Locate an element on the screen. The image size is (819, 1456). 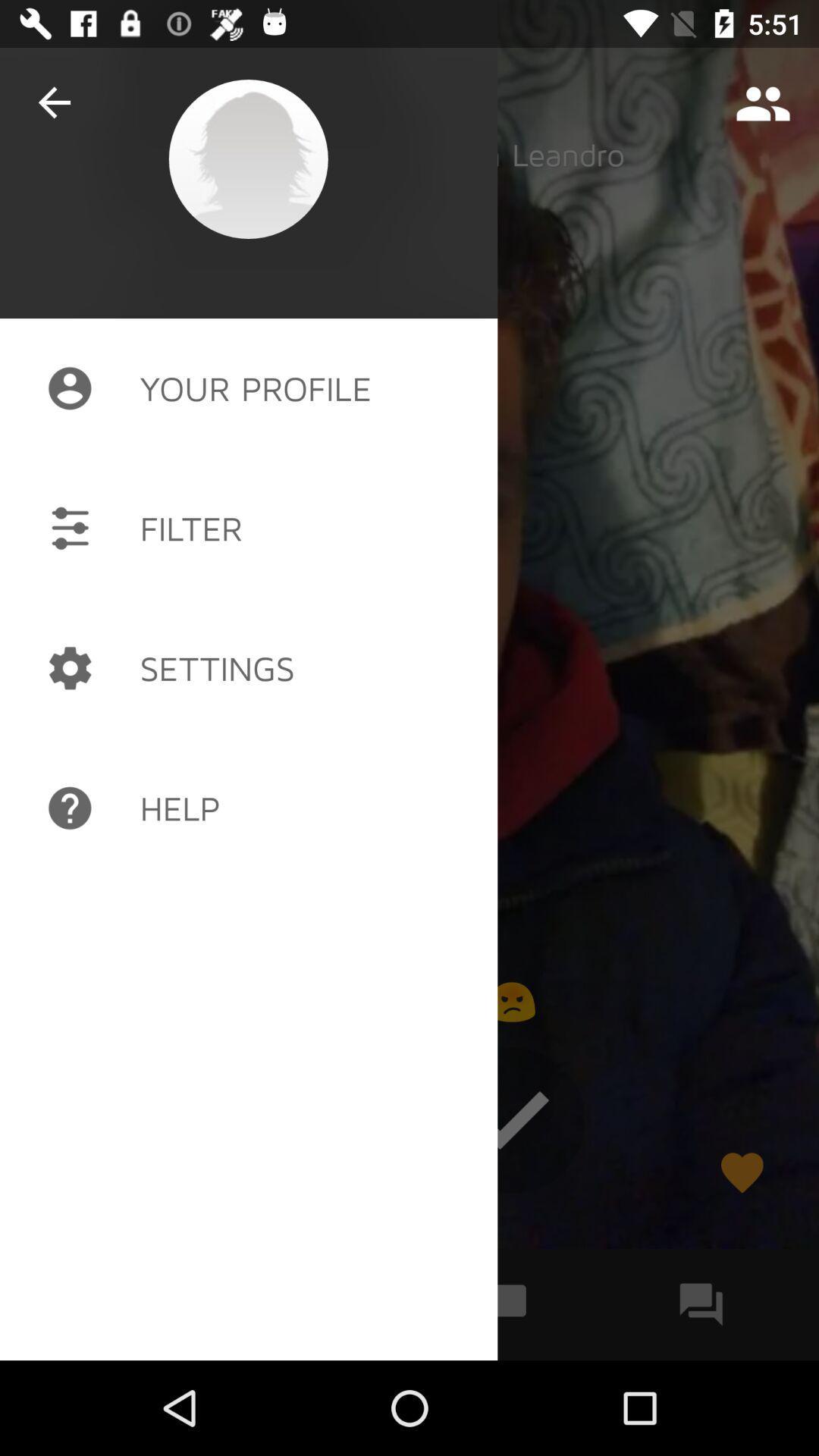
the favorite icon is located at coordinates (741, 1172).